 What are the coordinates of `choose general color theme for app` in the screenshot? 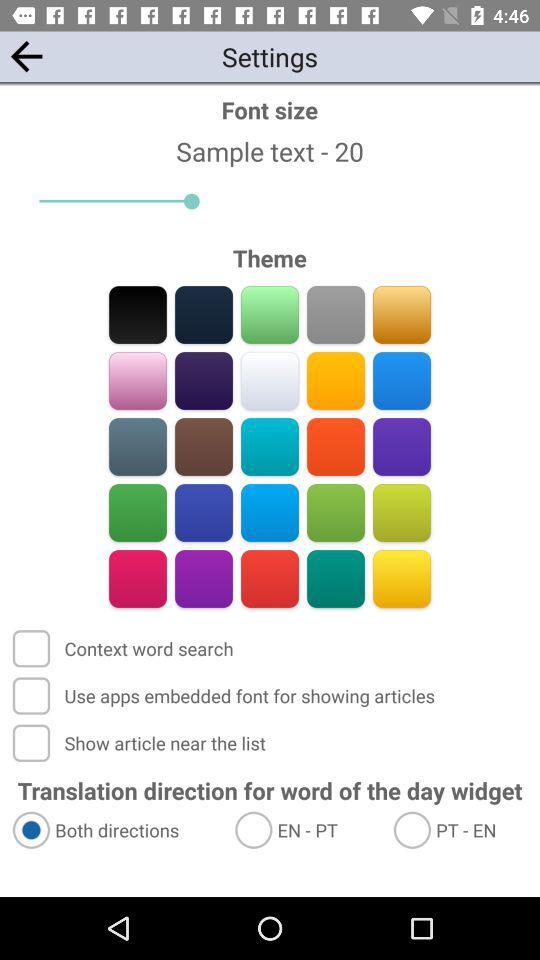 It's located at (401, 380).